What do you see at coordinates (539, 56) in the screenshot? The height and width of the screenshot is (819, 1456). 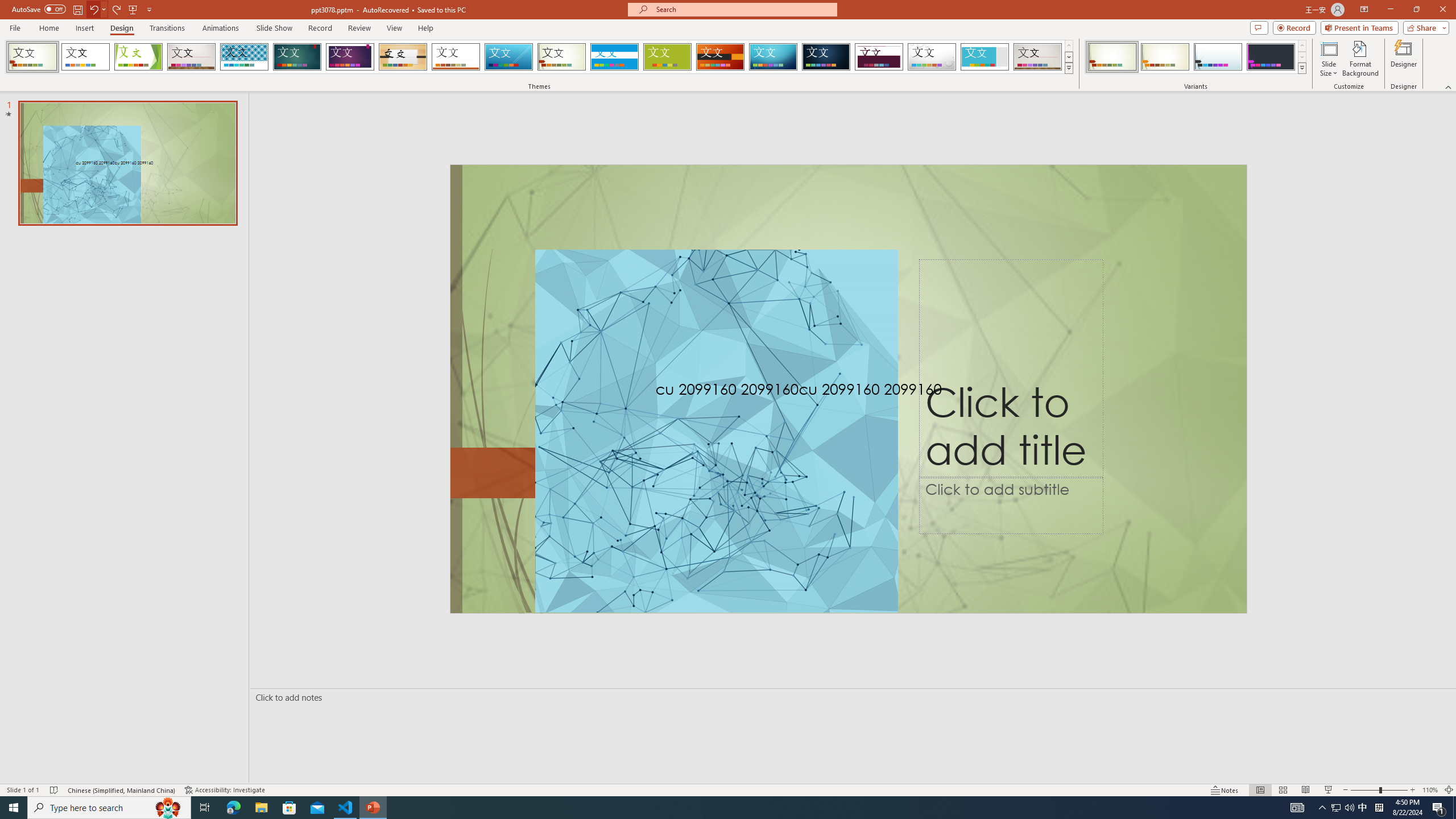 I see `'AutomationID: SlideThemesGallery'` at bounding box center [539, 56].